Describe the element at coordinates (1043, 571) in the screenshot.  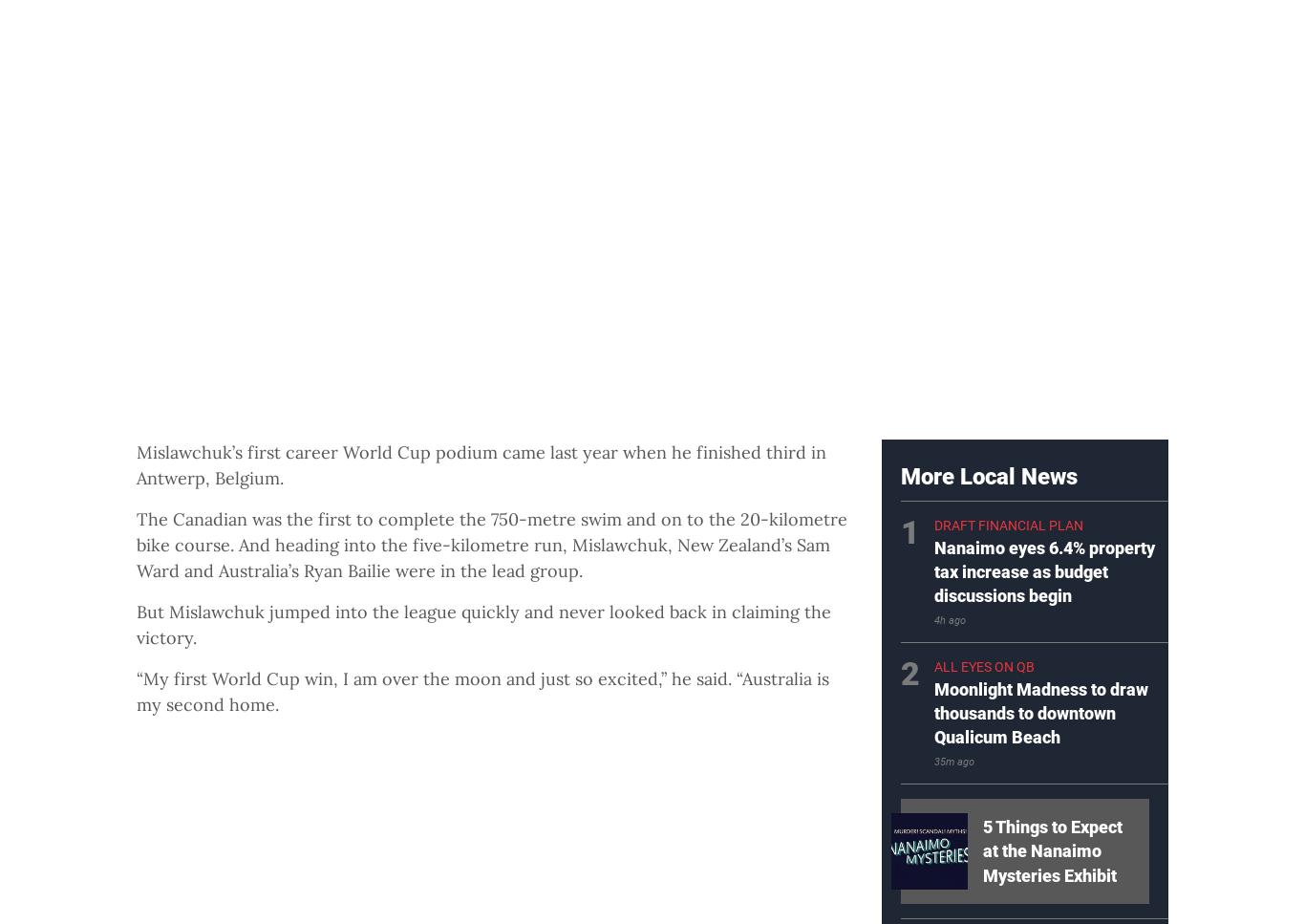
I see `'Nanaimo eyes 6.4% property tax increase as budget discussions begin'` at that location.